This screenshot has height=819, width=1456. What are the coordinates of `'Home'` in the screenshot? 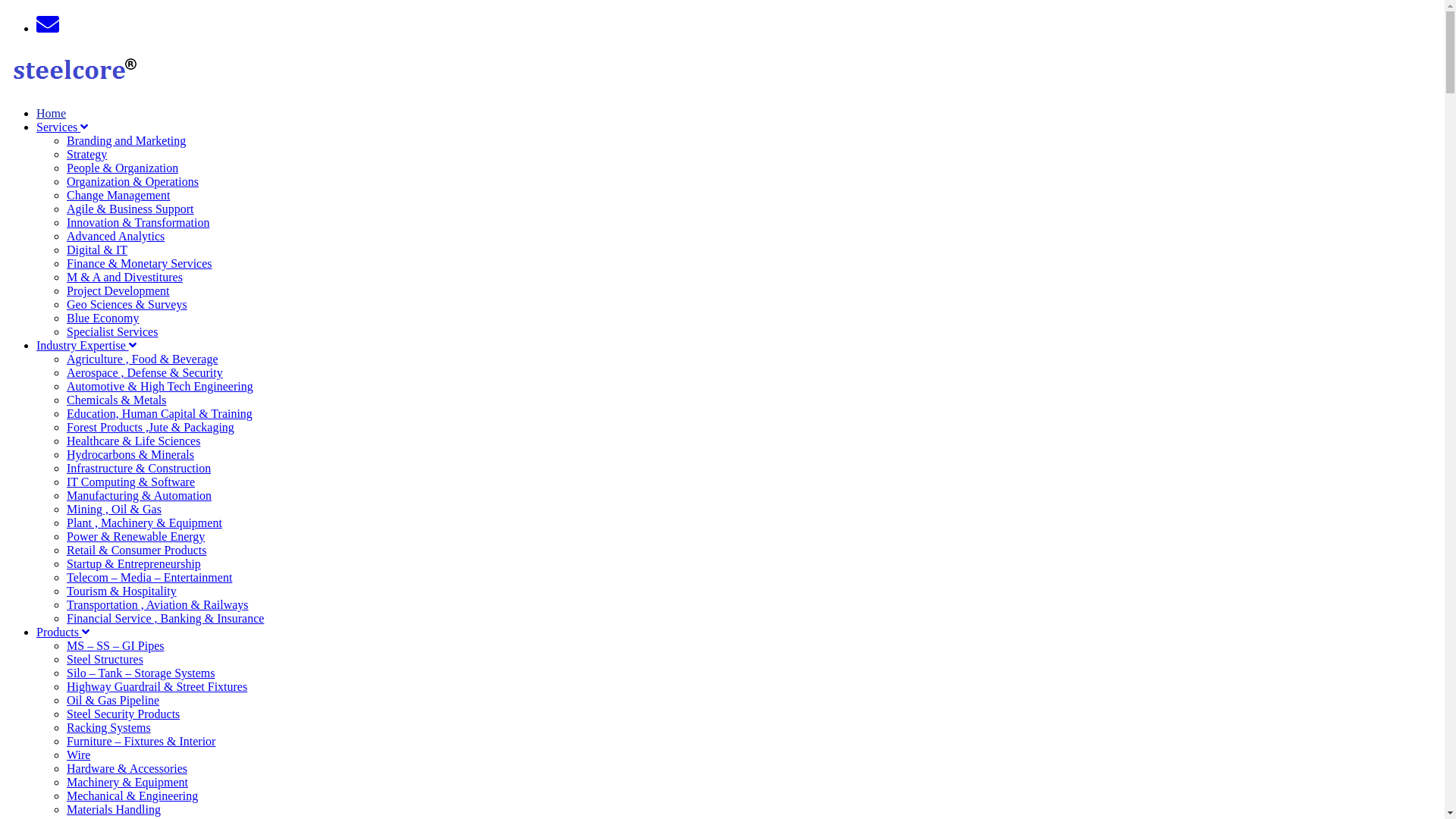 It's located at (51, 112).